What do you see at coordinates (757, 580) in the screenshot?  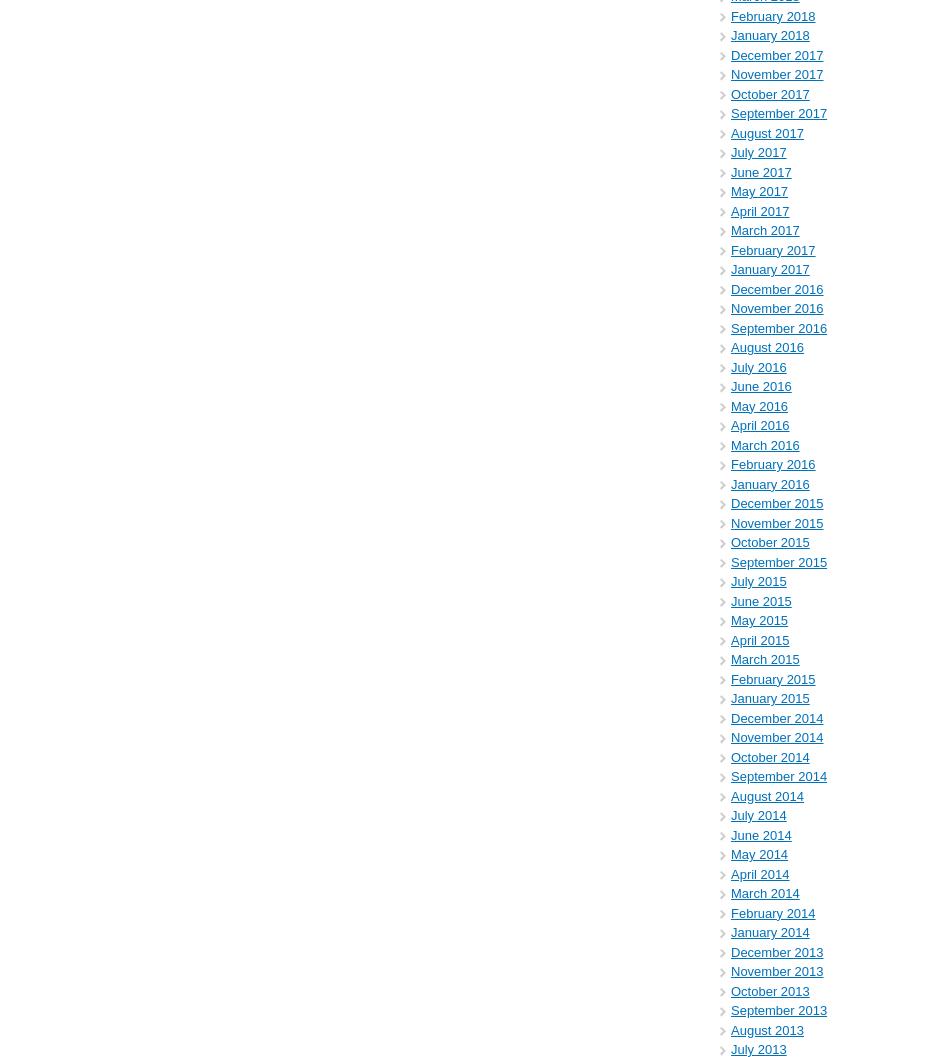 I see `'July 2015'` at bounding box center [757, 580].